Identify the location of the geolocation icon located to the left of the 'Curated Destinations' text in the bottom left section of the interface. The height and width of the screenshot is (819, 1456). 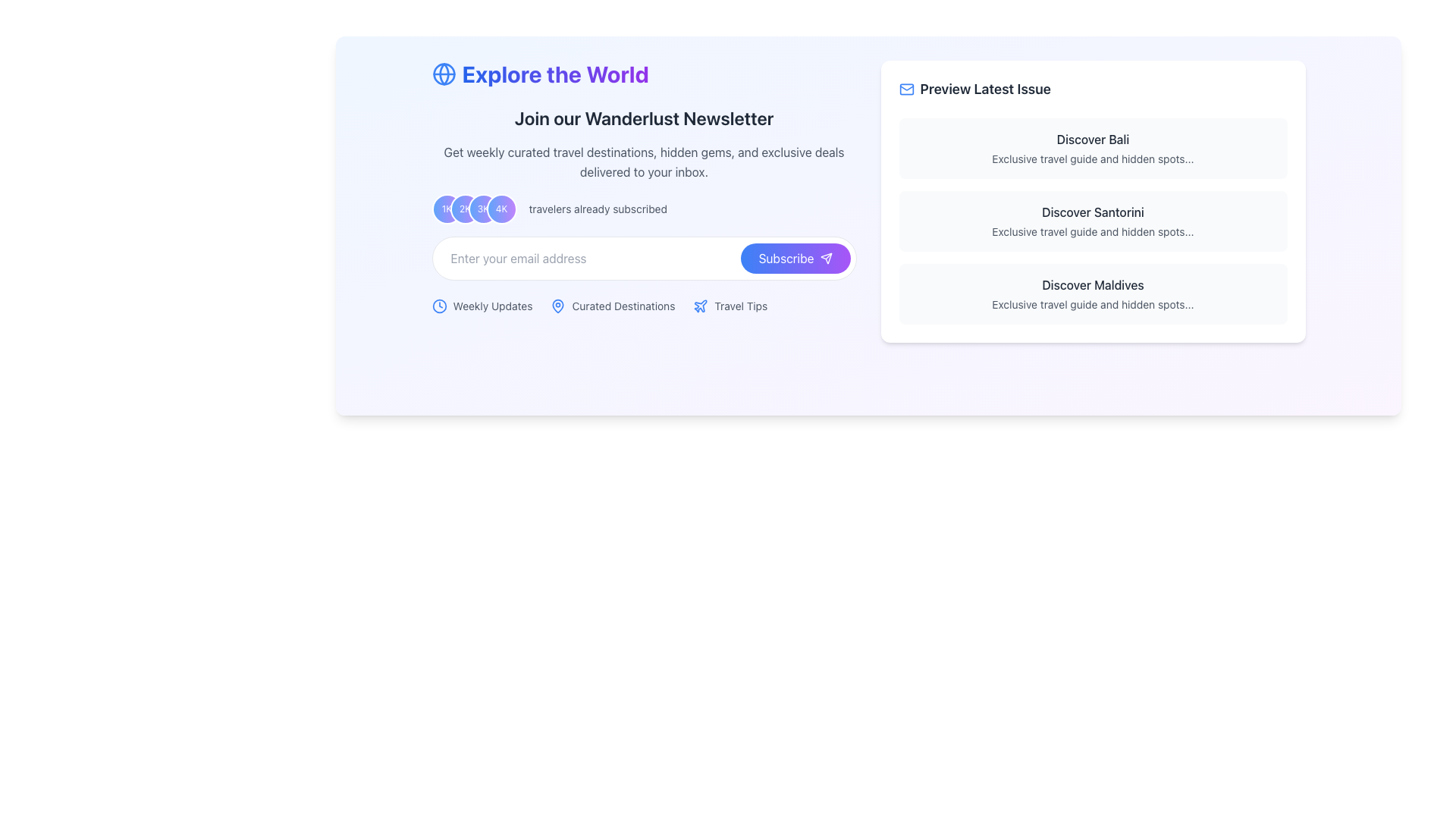
(557, 306).